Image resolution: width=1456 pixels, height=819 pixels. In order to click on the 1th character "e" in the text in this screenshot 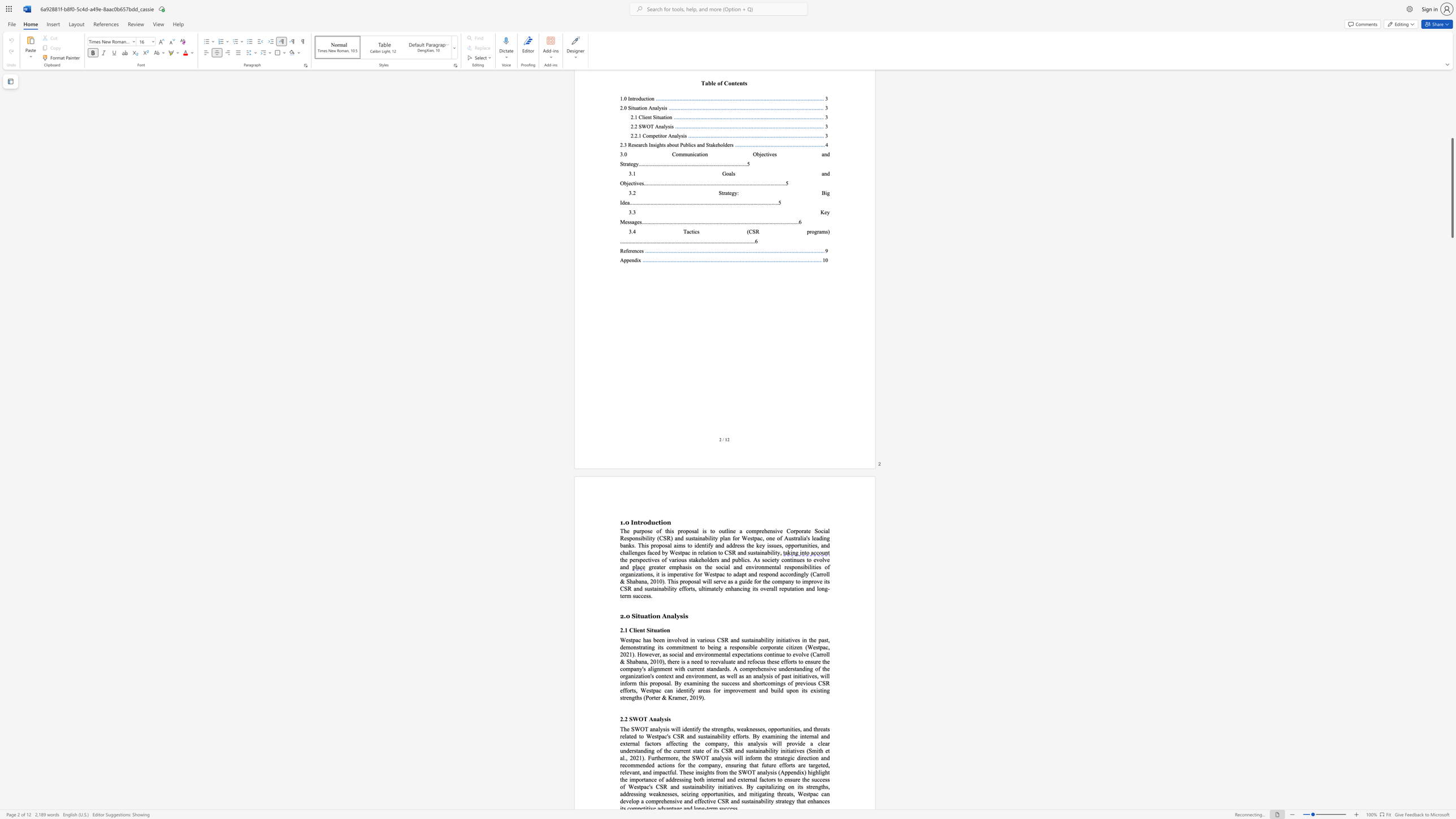, I will do `click(638, 630)`.